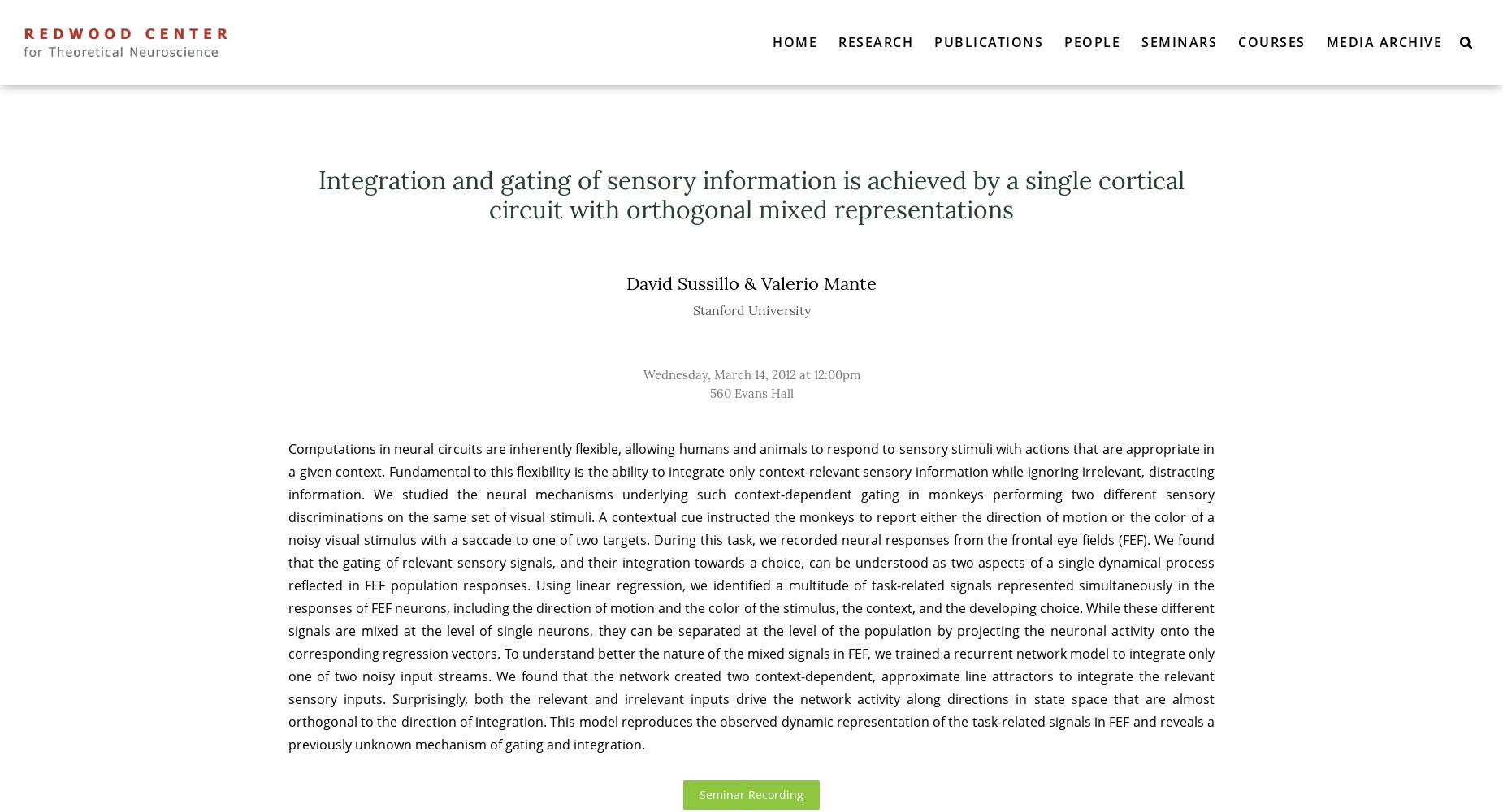 The height and width of the screenshot is (812, 1503). What do you see at coordinates (1141, 41) in the screenshot?
I see `'Seminars'` at bounding box center [1141, 41].